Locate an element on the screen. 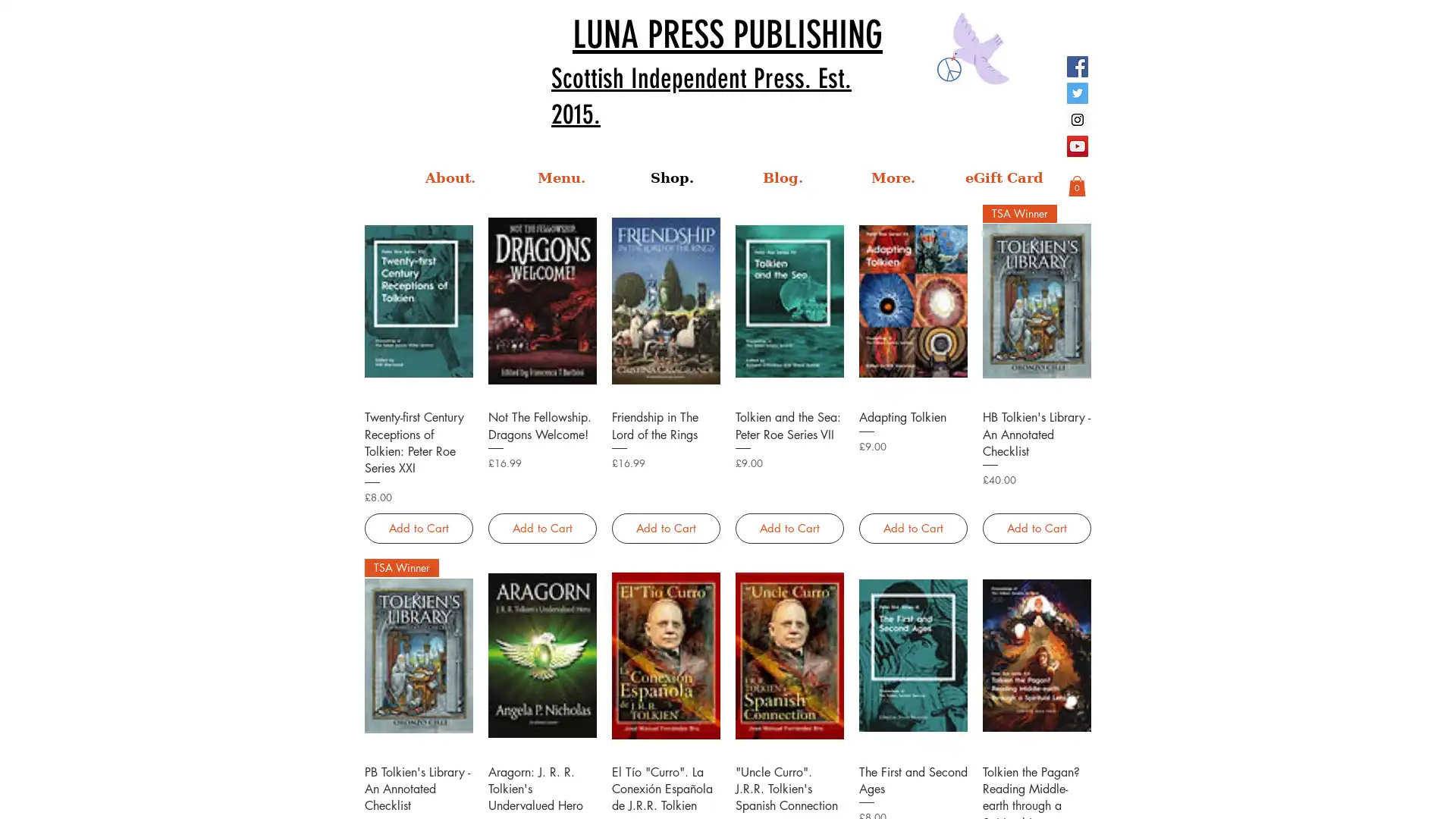 This screenshot has height=819, width=1456. Add to Cart is located at coordinates (789, 527).